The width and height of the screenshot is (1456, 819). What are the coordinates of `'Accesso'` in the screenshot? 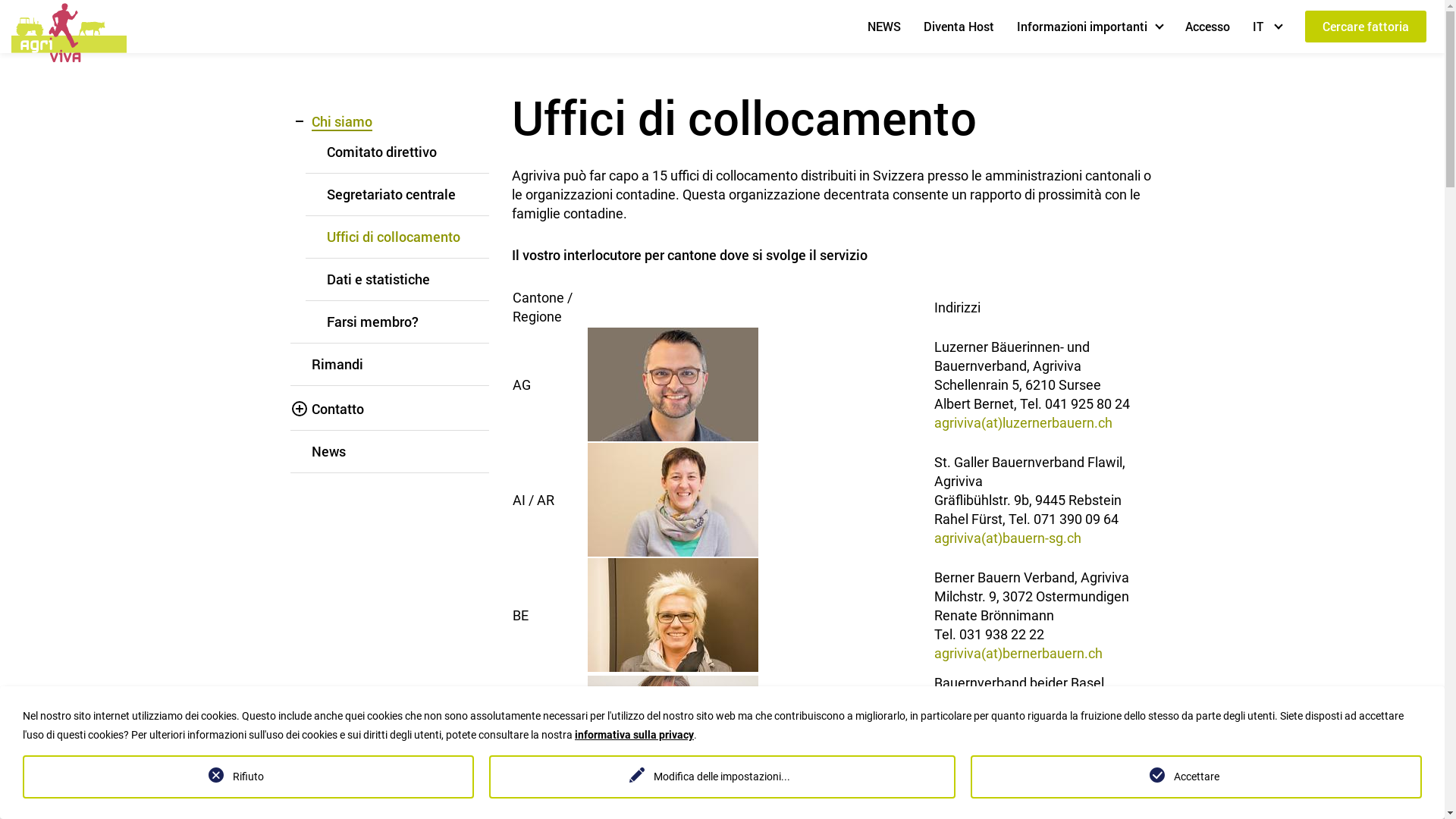 It's located at (1178, 26).